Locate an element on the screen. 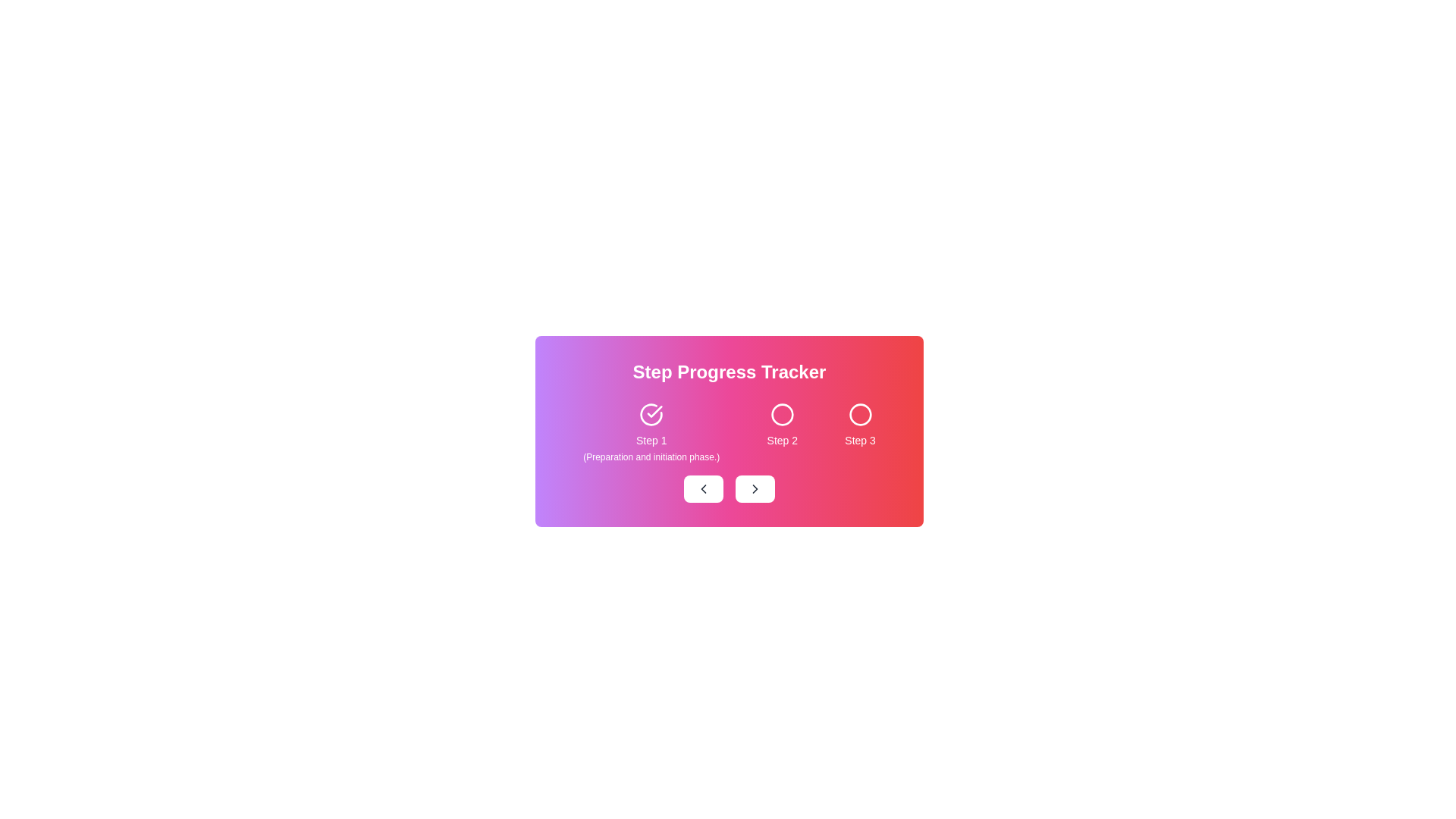  the left-pointing chevron icon inside the rounded rectangular button below the 'Step Progress Tracker' header is located at coordinates (702, 488).